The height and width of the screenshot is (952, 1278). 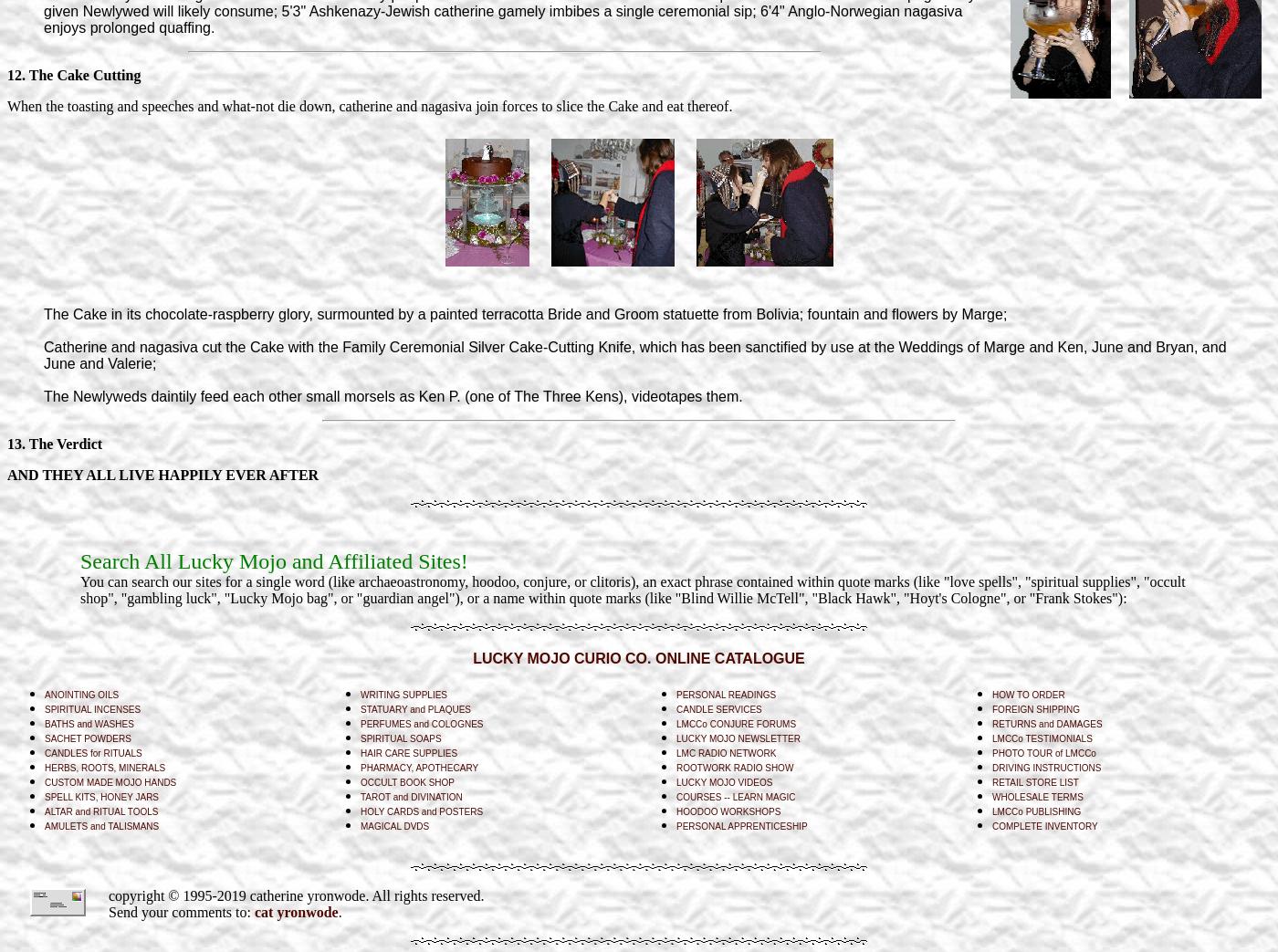 I want to click on 'Send your comments to:', so click(x=181, y=911).